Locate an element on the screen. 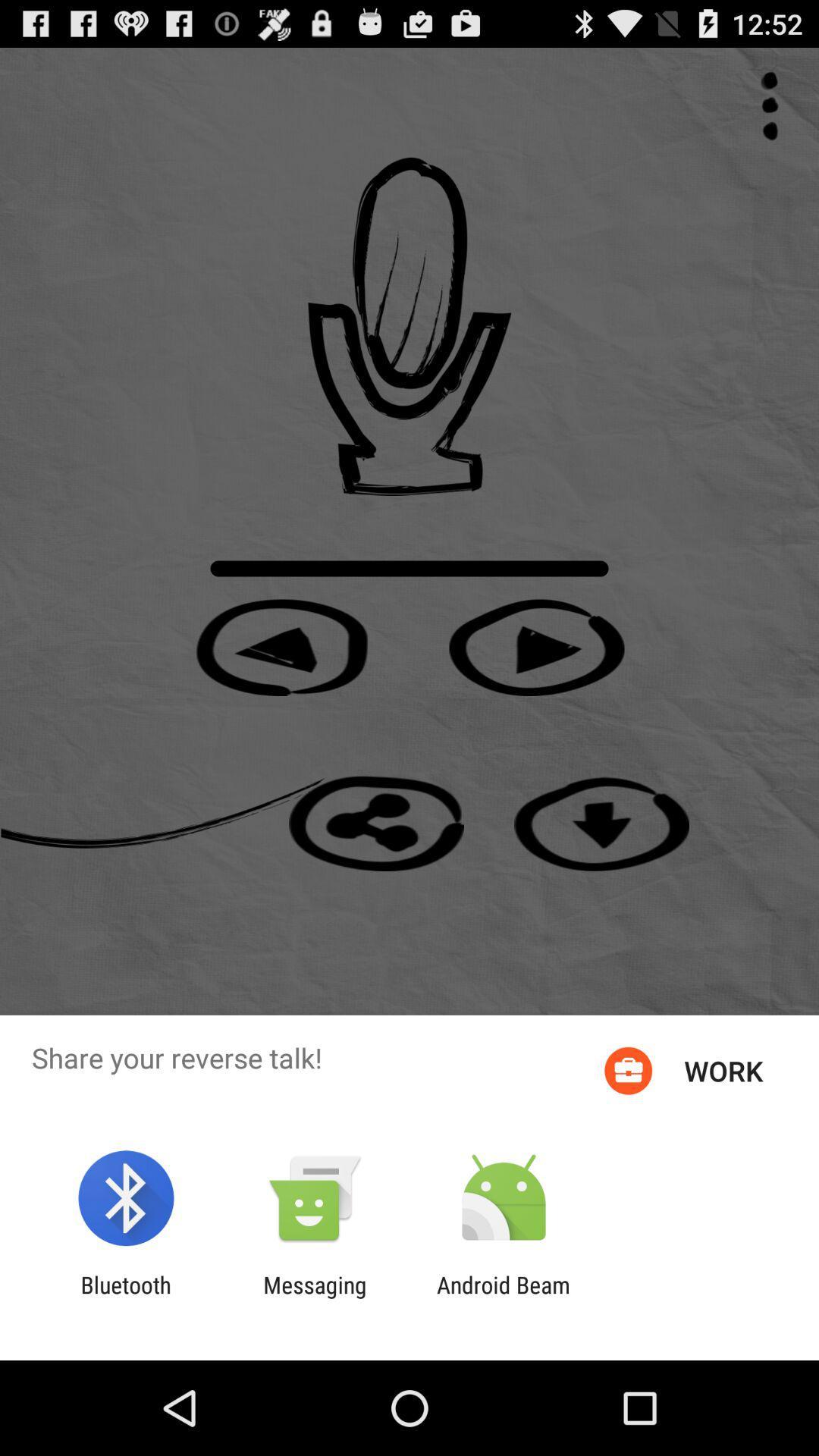 Image resolution: width=819 pixels, height=1456 pixels. icon next to the messaging icon is located at coordinates (504, 1298).